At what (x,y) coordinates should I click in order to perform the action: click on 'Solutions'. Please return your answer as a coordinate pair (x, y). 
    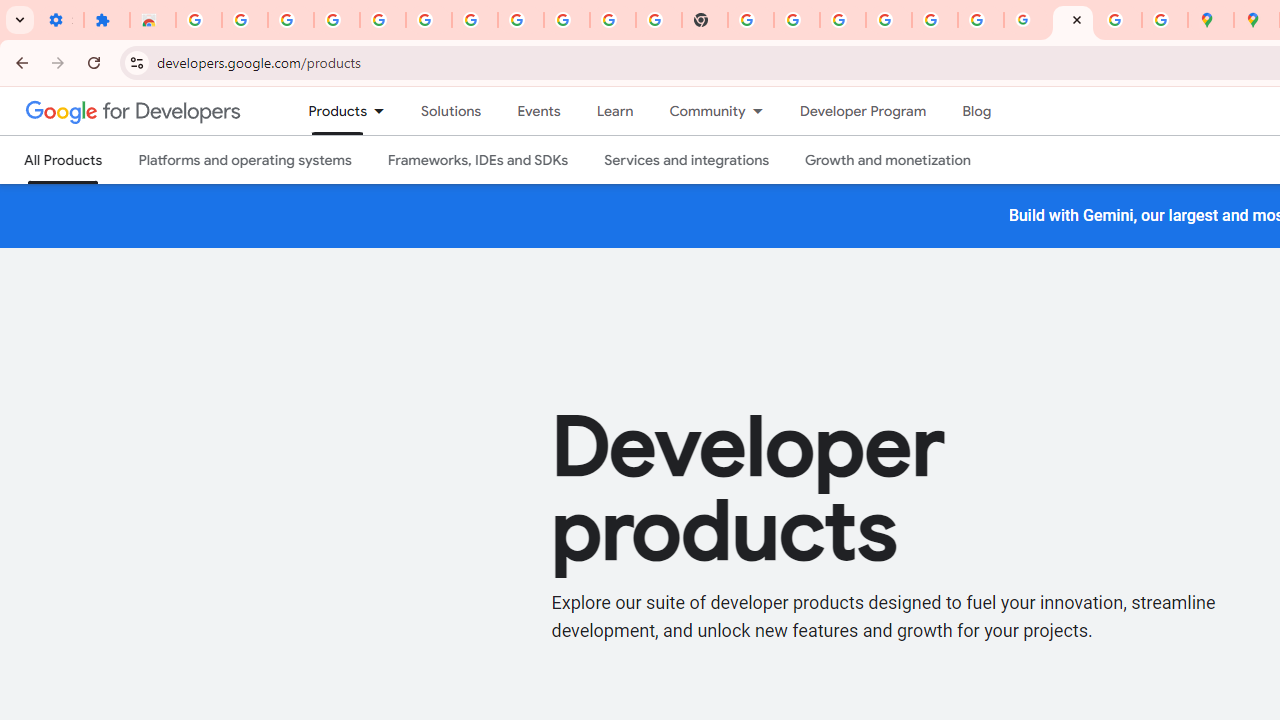
    Looking at the image, I should click on (450, 111).